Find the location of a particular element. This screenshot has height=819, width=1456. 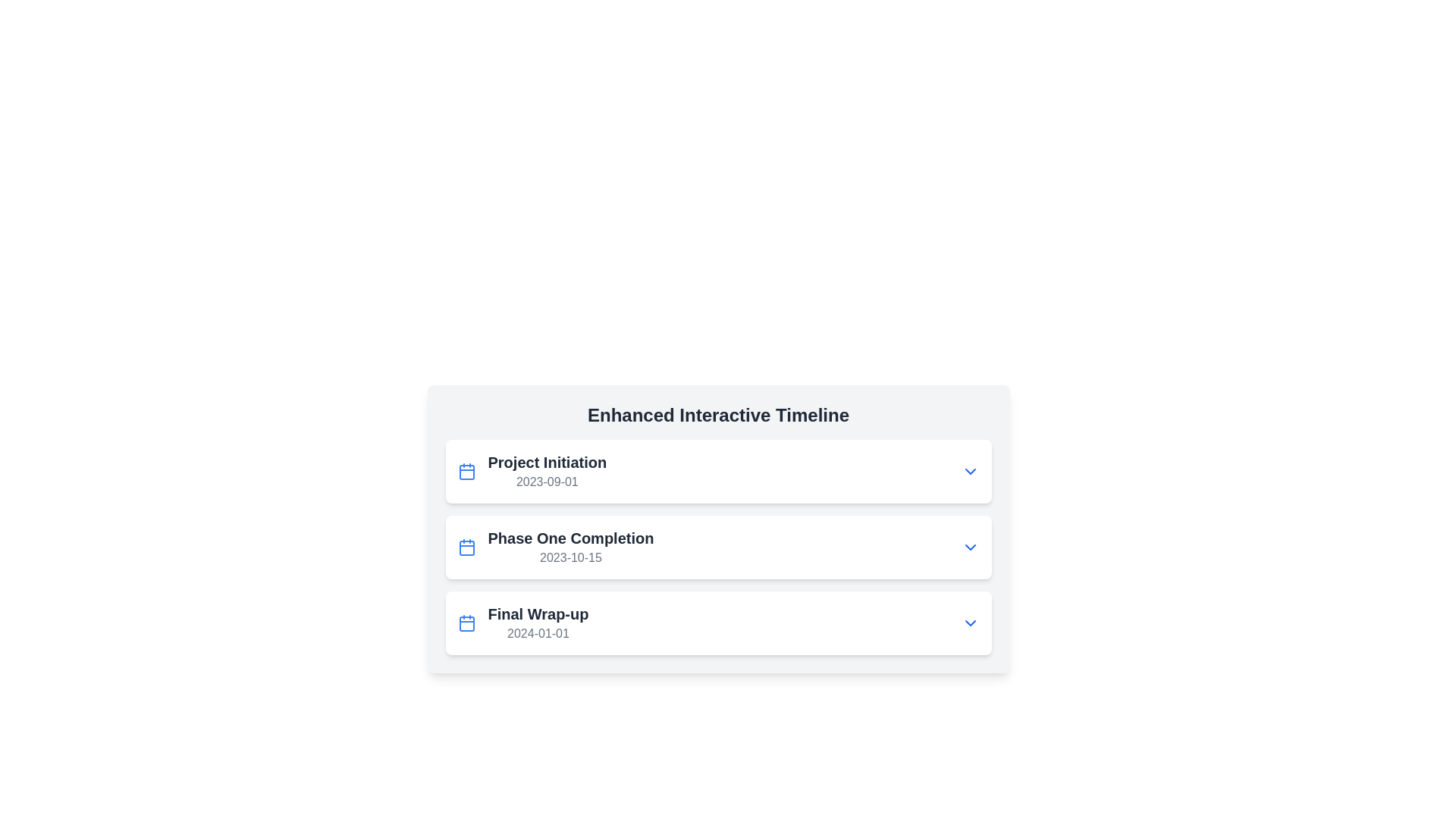

the Informational Card representing a specific phase of the timeline is located at coordinates (717, 529).